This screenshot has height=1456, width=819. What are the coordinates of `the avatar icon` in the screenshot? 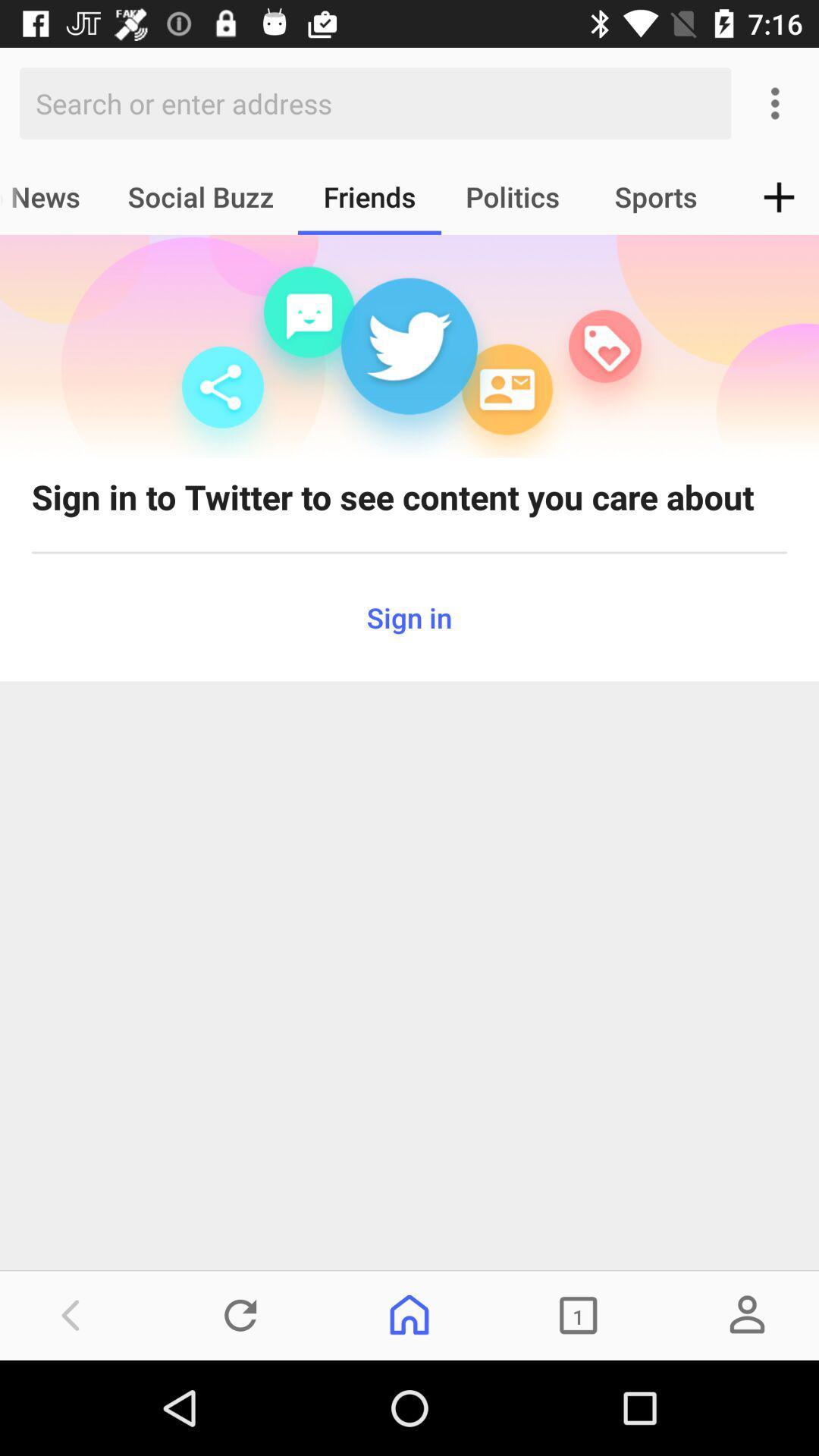 It's located at (746, 1314).